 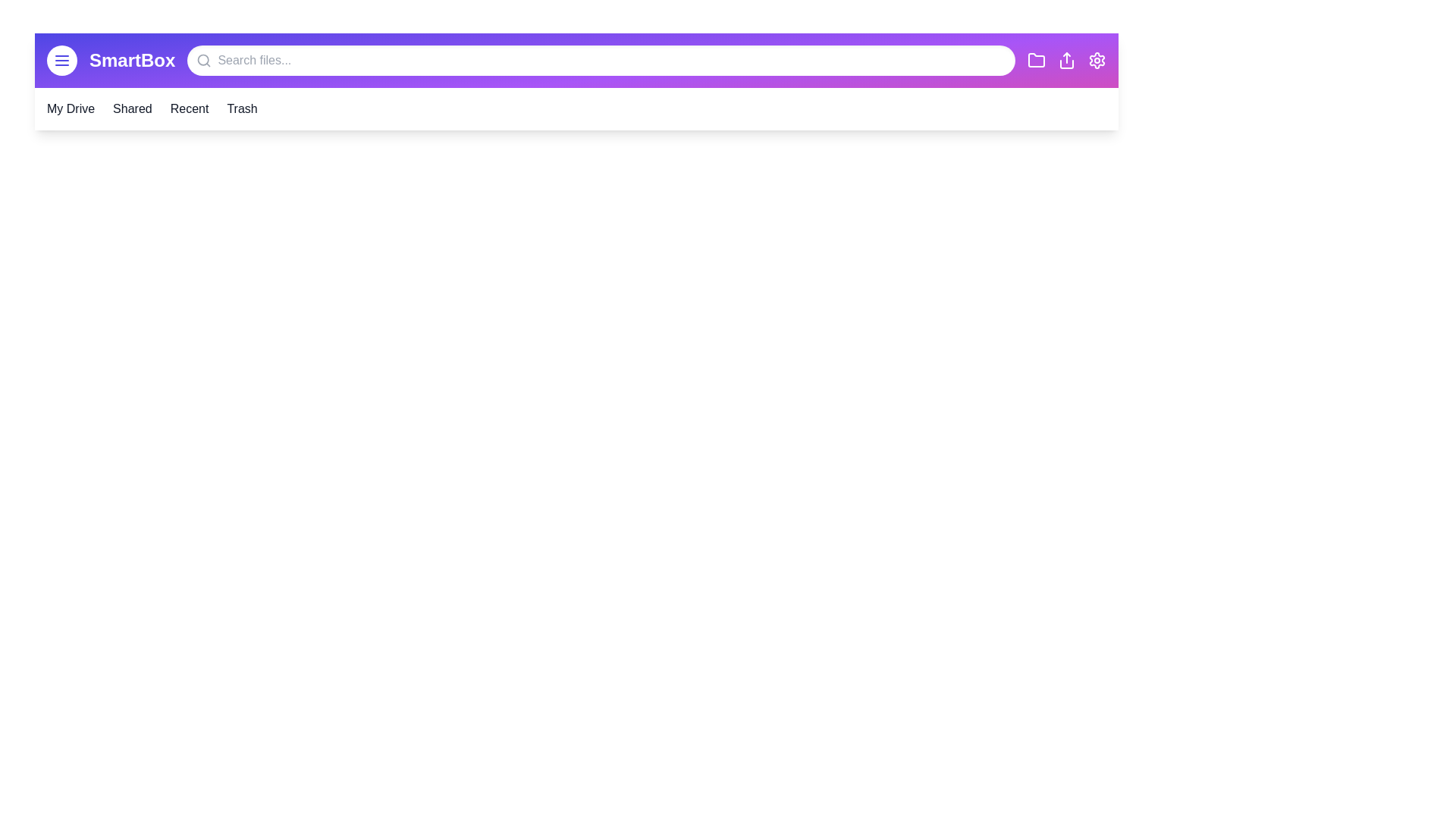 I want to click on the 'Shared' section in the navigation bar, so click(x=132, y=108).